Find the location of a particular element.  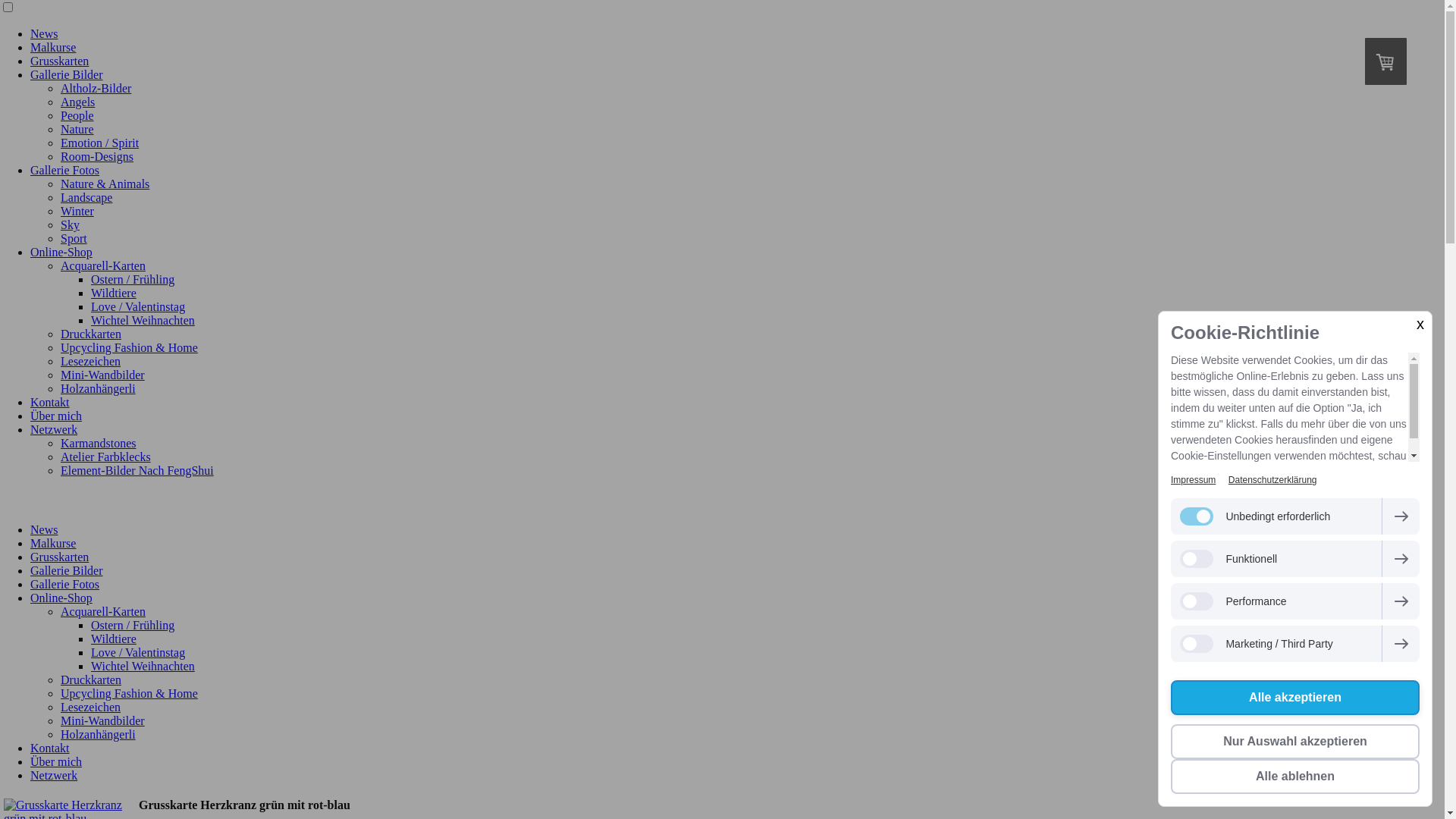

'Upcycling Fashion & Home' is located at coordinates (129, 347).